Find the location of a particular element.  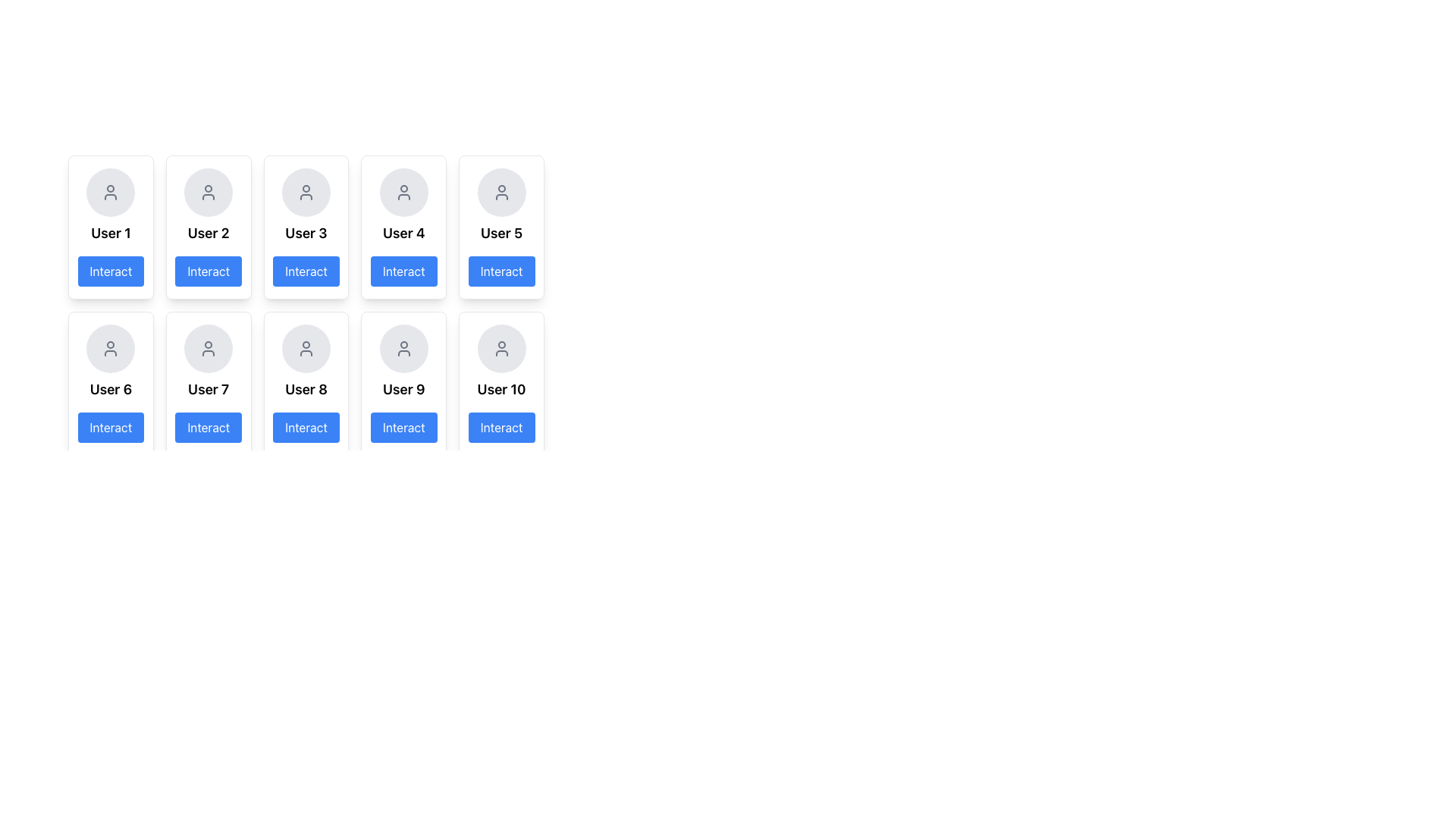

the circular image icon with a gray background and user profile pictogram, which is the first item in a column layout is located at coordinates (110, 192).